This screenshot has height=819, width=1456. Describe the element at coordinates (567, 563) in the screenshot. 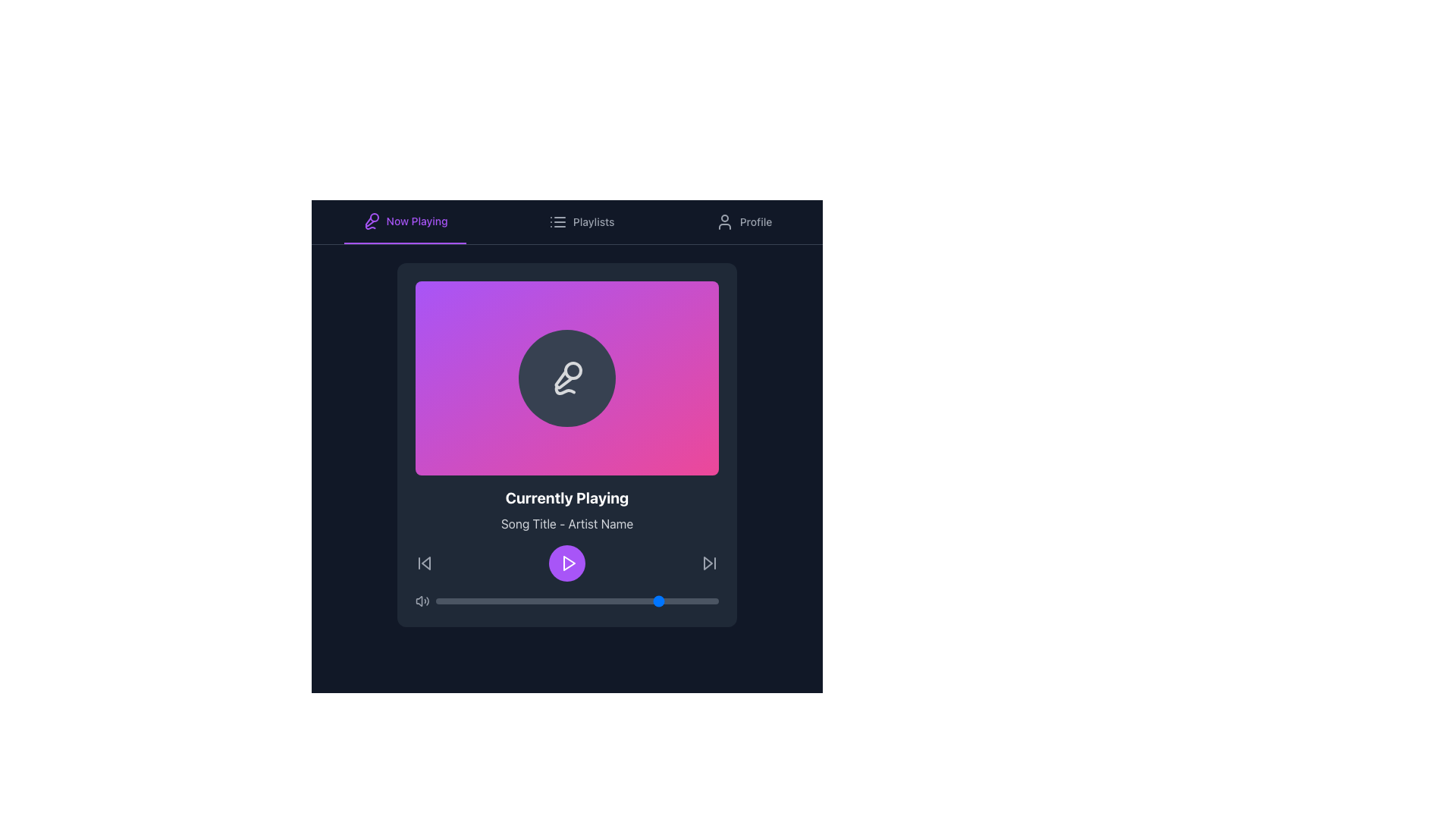

I see `the white triangular play button surrounded by a purple circular background in the music player interface` at that location.